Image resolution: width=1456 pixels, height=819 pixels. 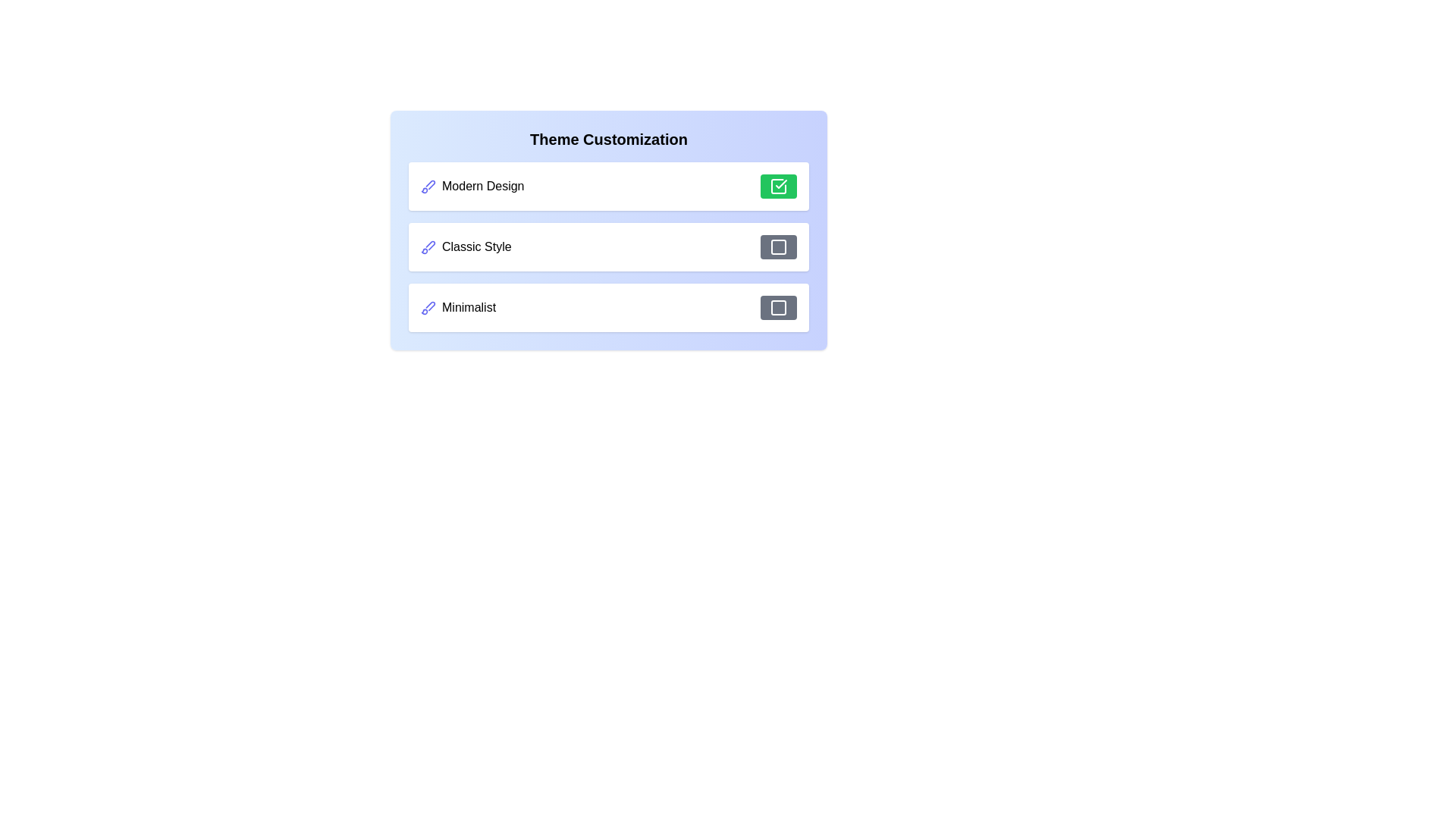 I want to click on the icon for Minimalist theme to reveal tooltip or interaction, so click(x=428, y=307).